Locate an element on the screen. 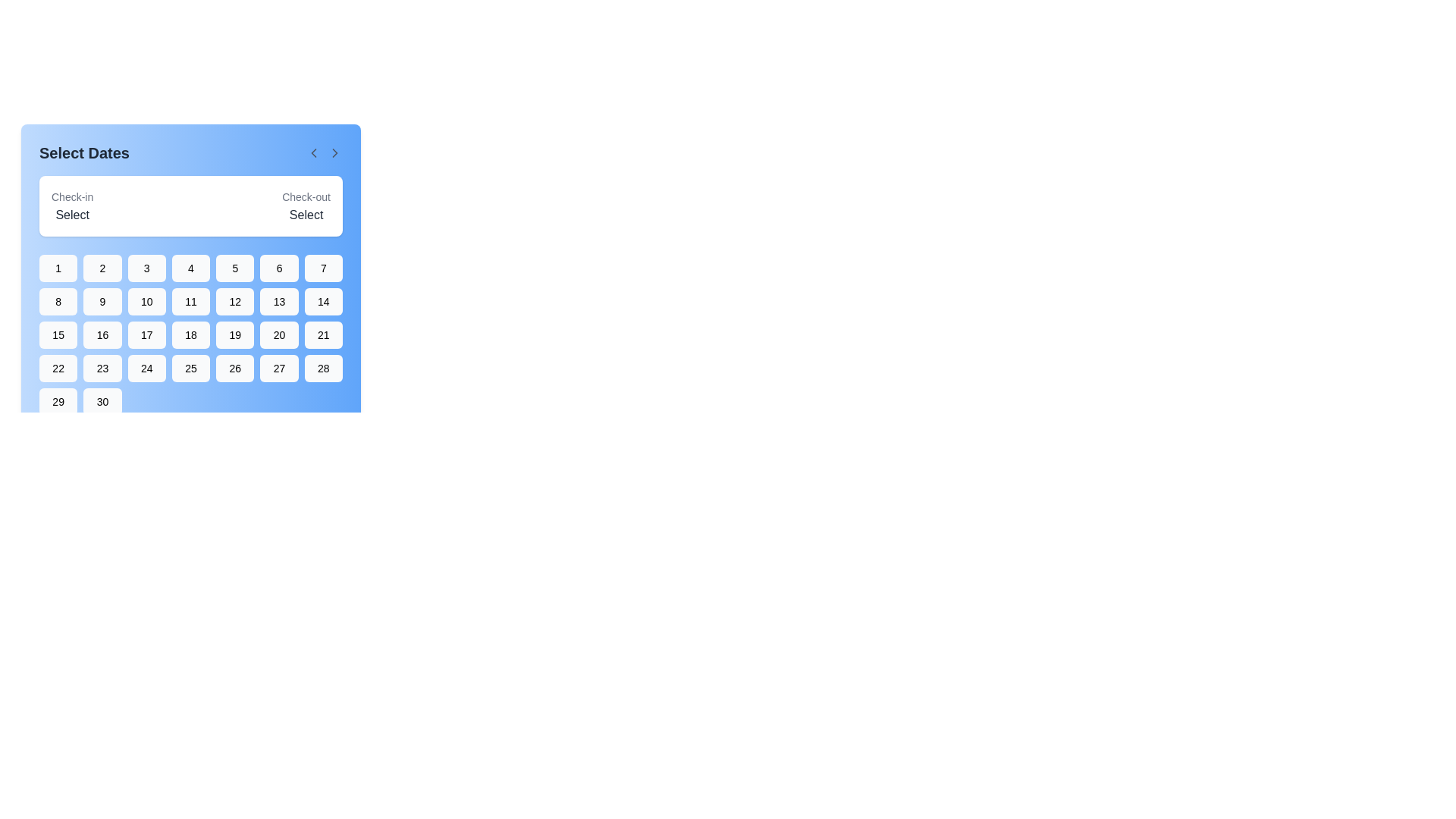 This screenshot has width=1456, height=819. the rounded rectangular button with the number '6' centered inside is located at coordinates (279, 268).